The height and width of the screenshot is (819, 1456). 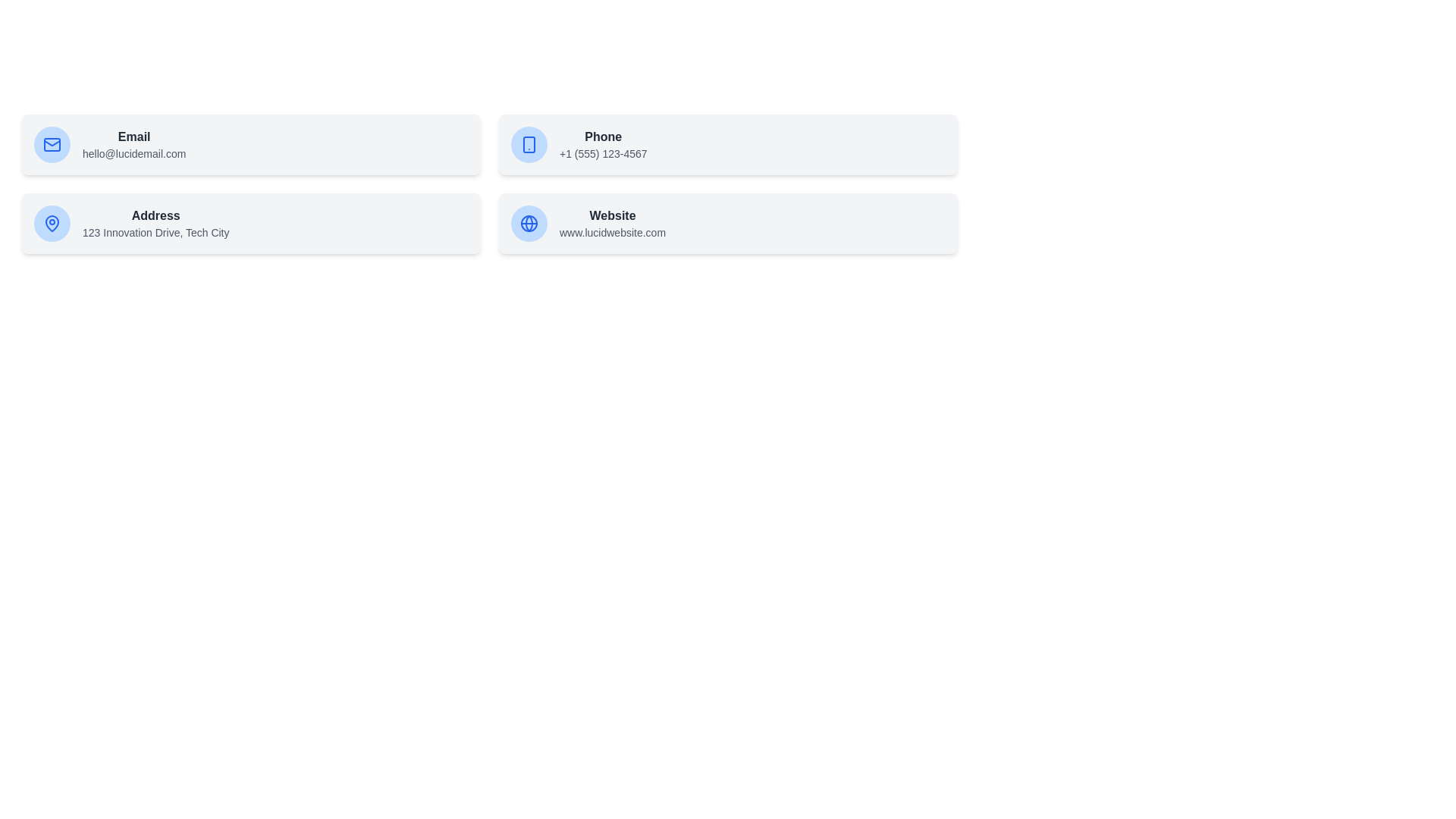 What do you see at coordinates (602, 145) in the screenshot?
I see `the second text label displaying phone contact information, located at the top-right of the interface in the contact information grid` at bounding box center [602, 145].